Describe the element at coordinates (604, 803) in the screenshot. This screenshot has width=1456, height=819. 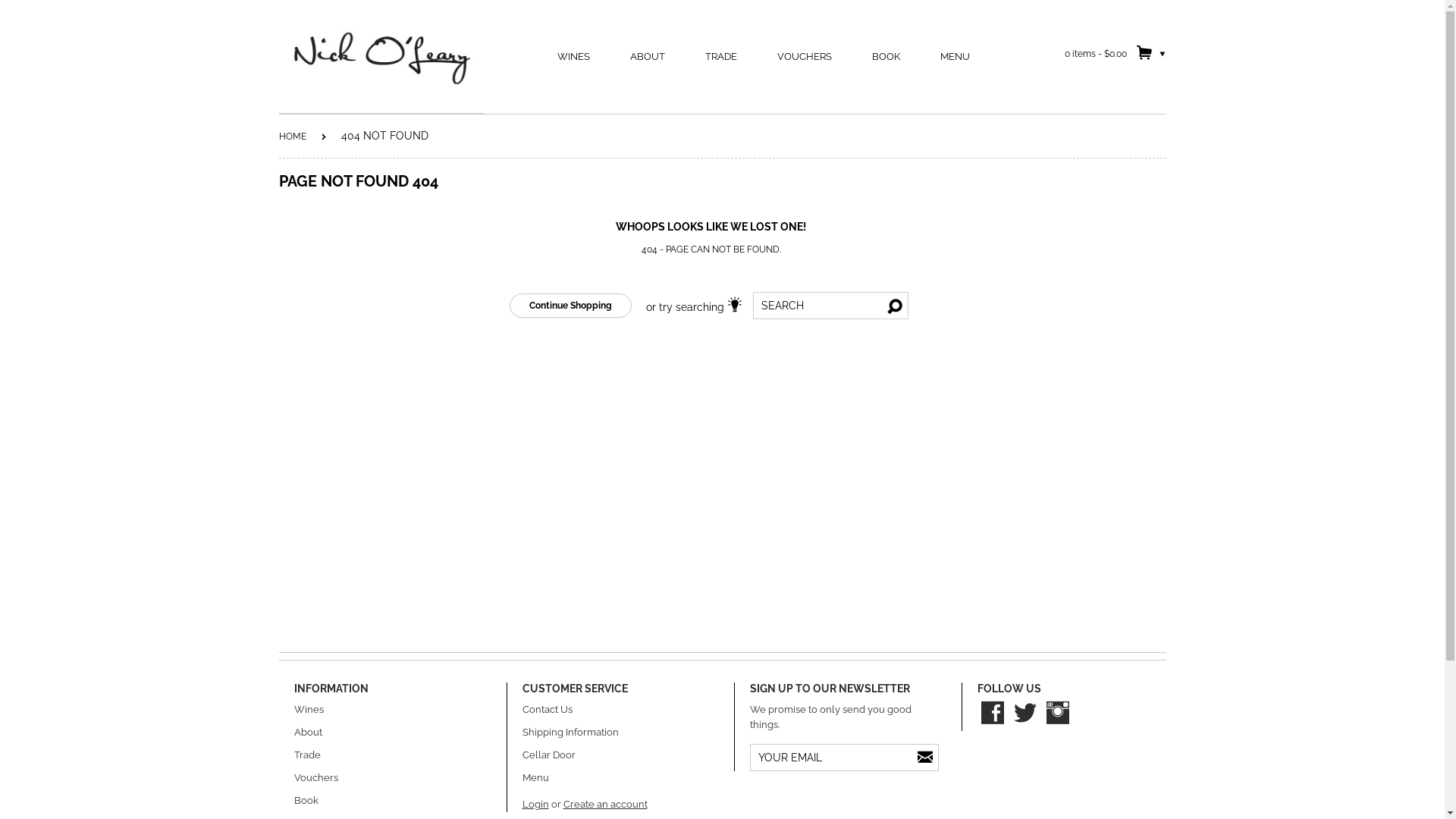
I see `'Create an account'` at that location.